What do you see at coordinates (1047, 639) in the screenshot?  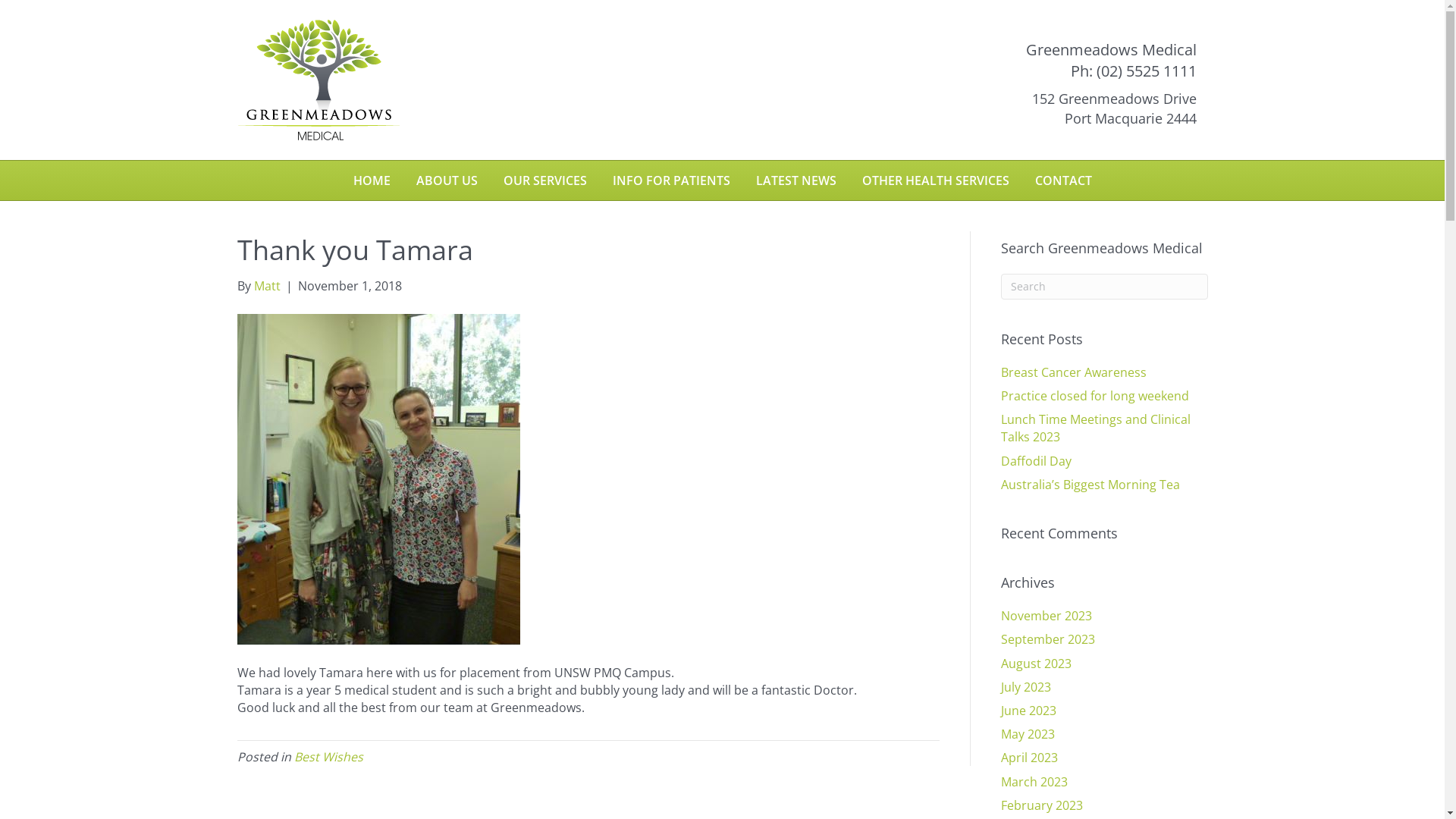 I see `'September 2023'` at bounding box center [1047, 639].